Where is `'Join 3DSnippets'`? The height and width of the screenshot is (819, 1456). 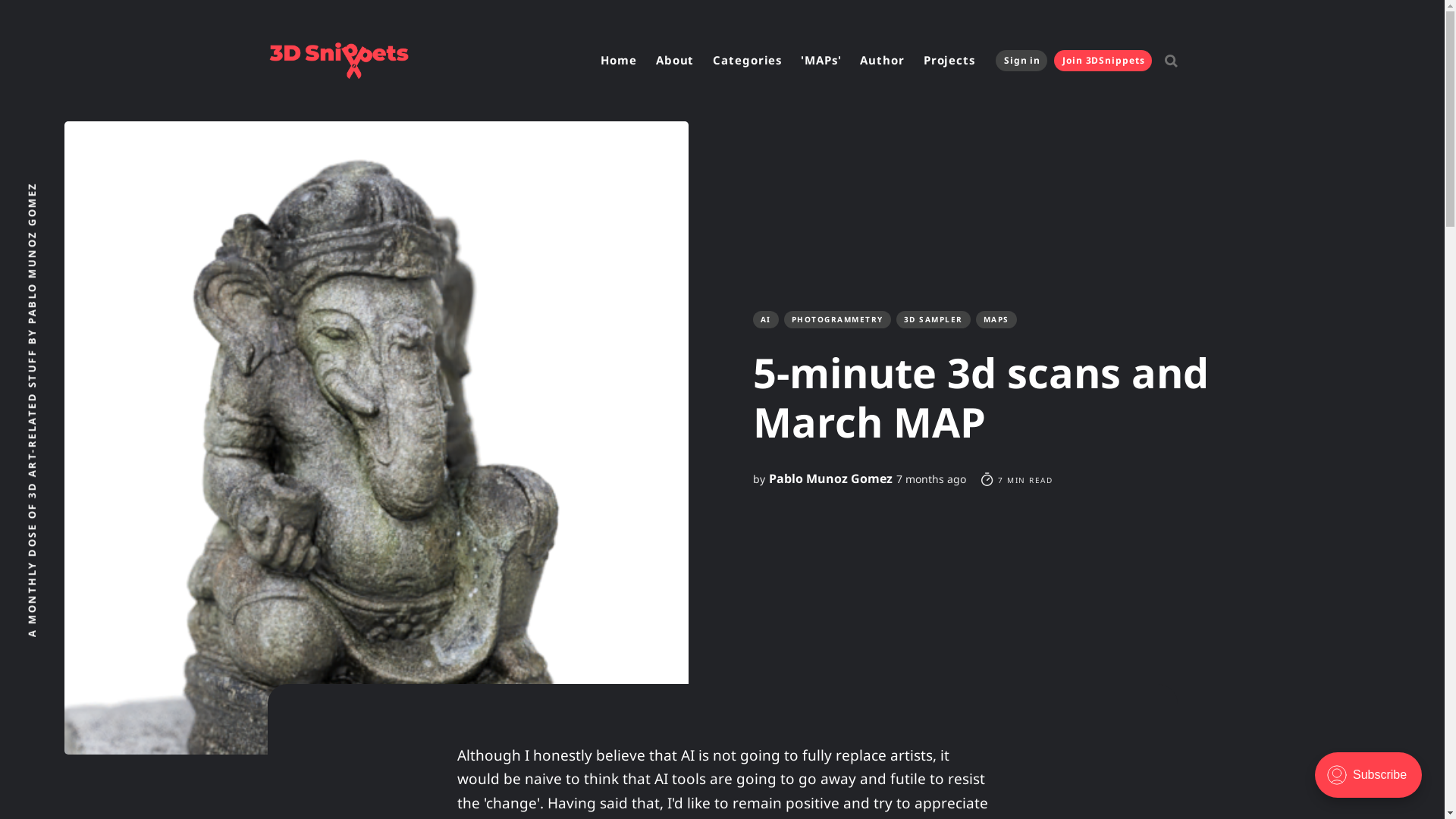
'Join 3DSnippets' is located at coordinates (1103, 60).